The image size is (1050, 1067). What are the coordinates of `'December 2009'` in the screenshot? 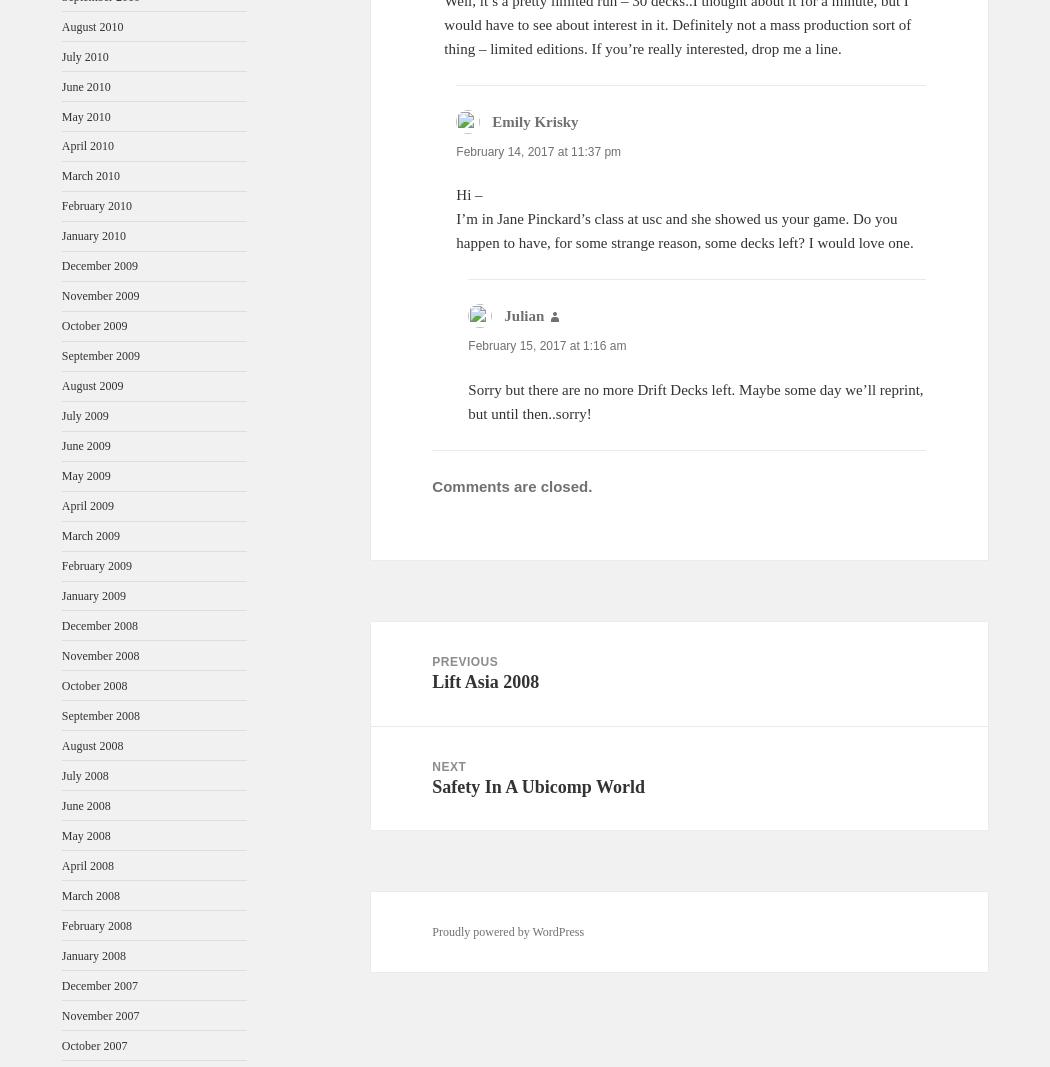 It's located at (99, 266).